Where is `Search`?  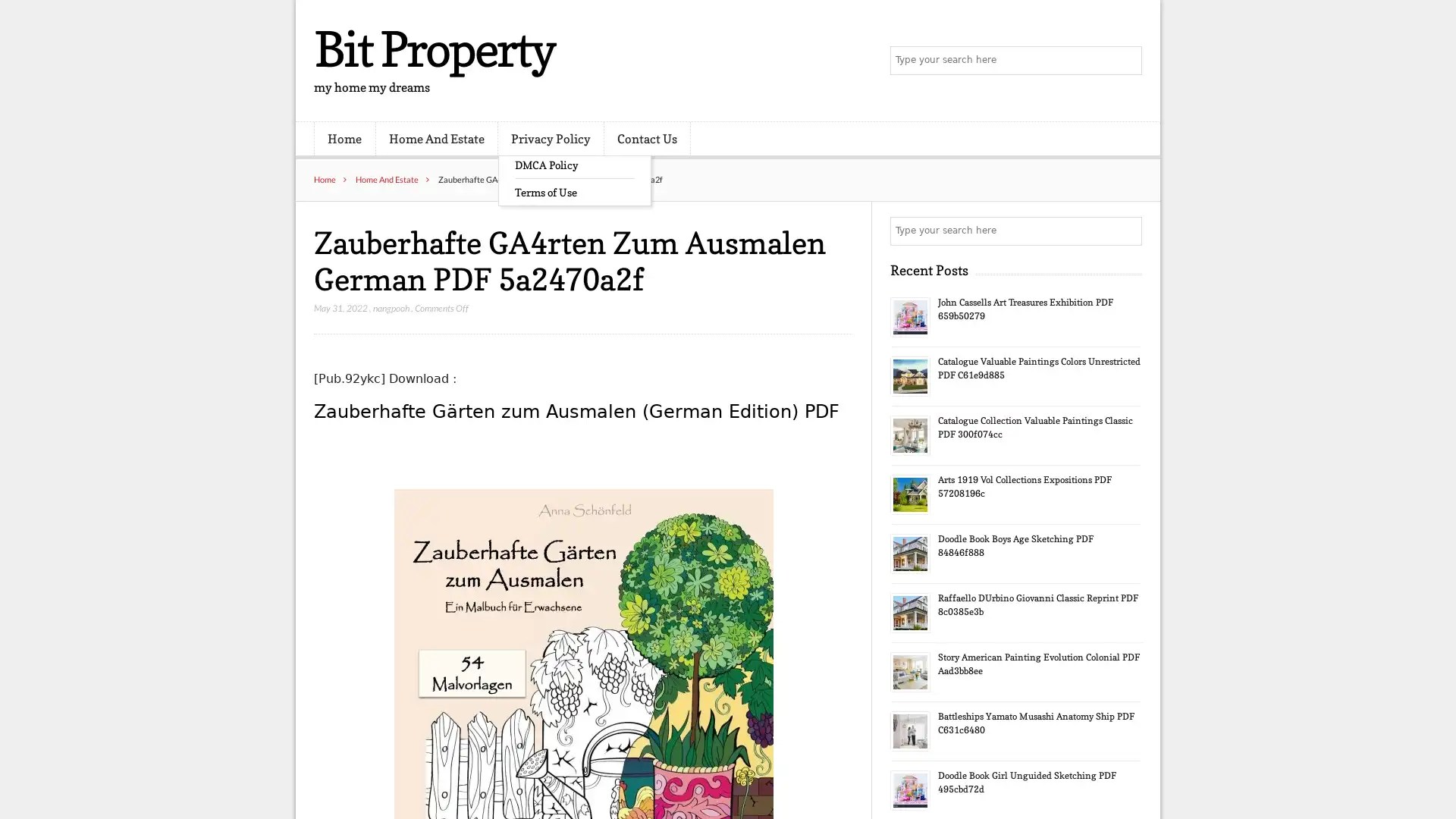
Search is located at coordinates (1126, 231).